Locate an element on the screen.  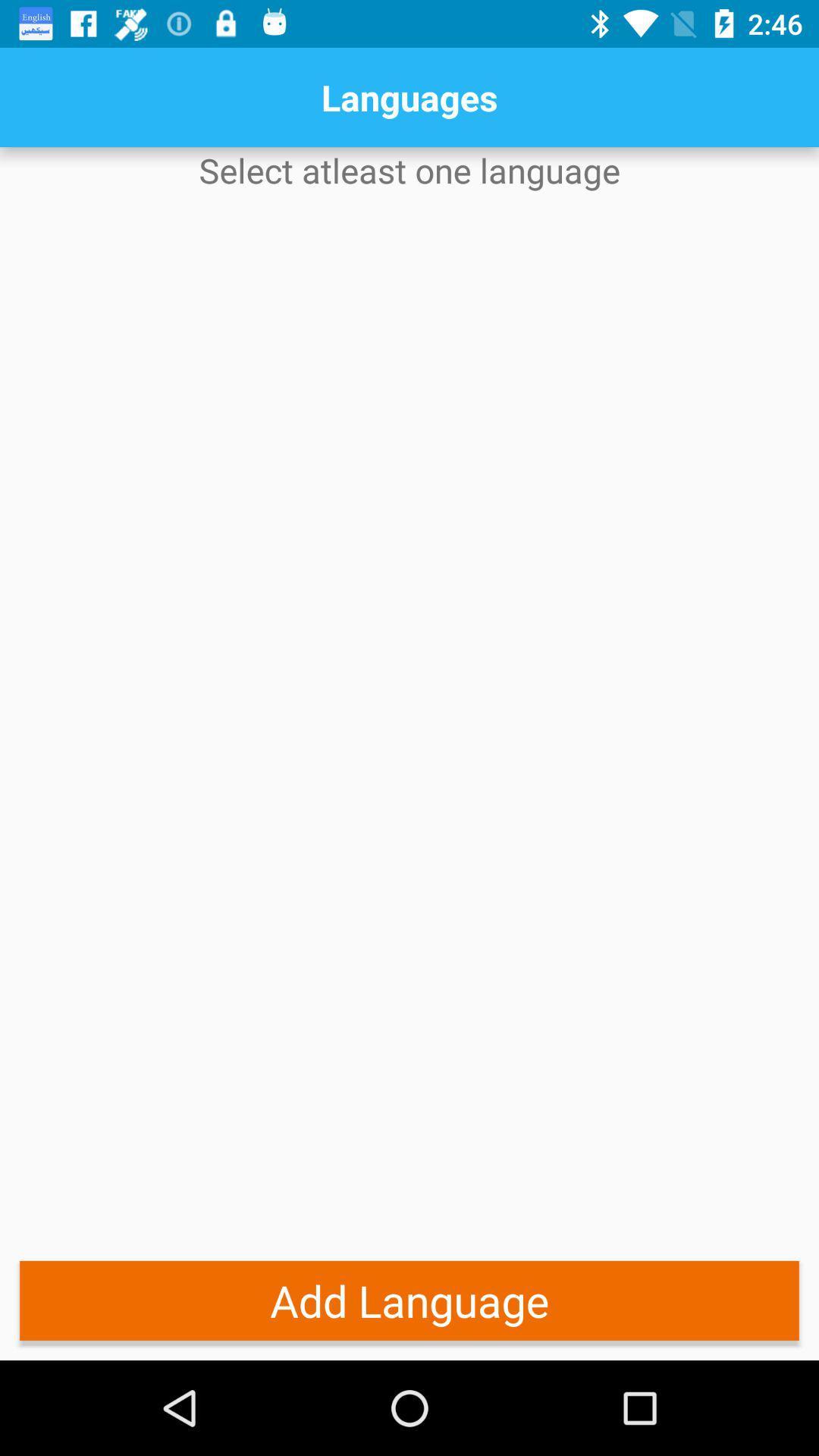
add language item is located at coordinates (409, 1300).